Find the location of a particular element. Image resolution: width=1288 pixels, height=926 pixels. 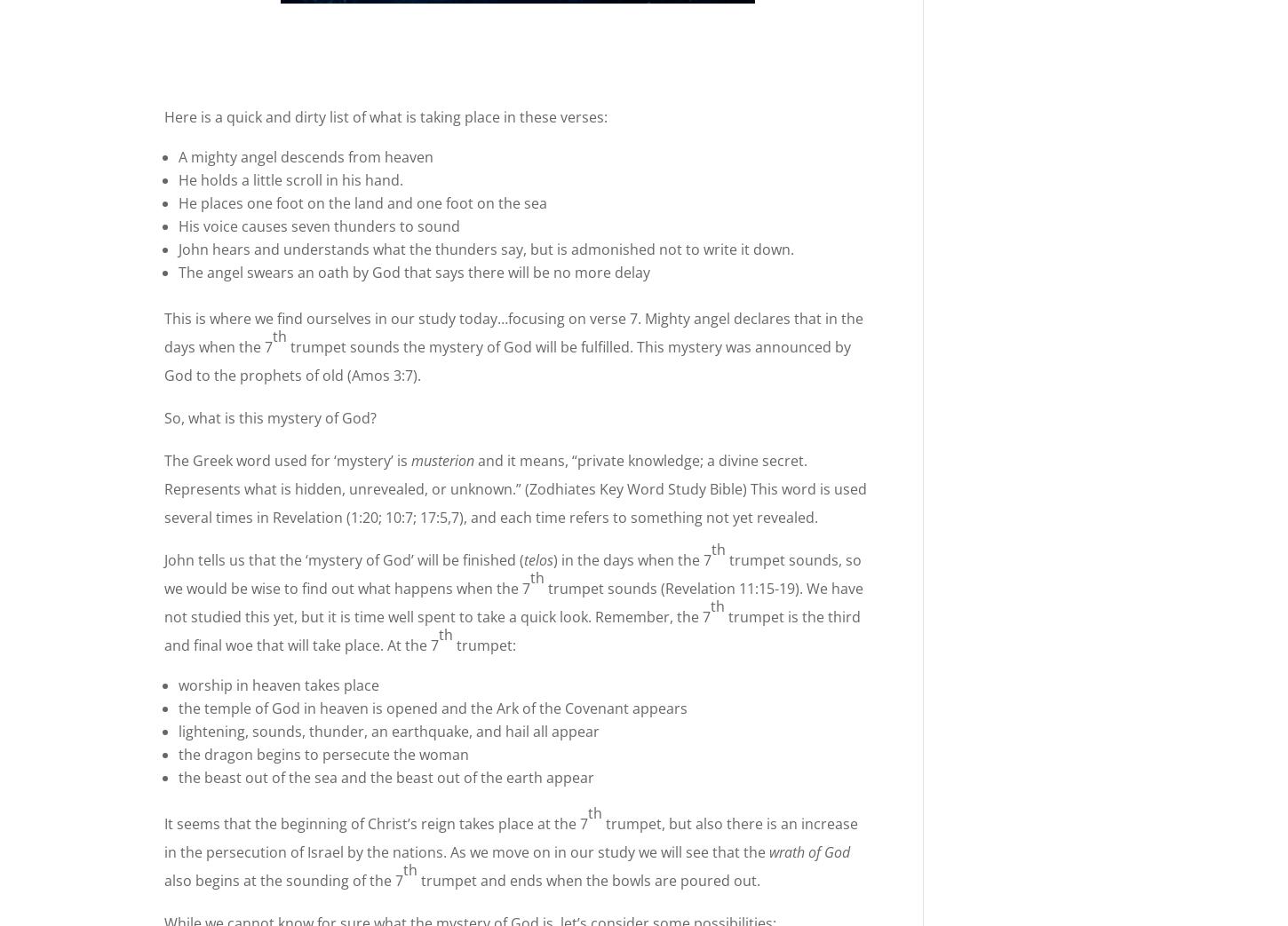

'trumpet is the third and final woe that will take place. At the 7' is located at coordinates (512, 631).